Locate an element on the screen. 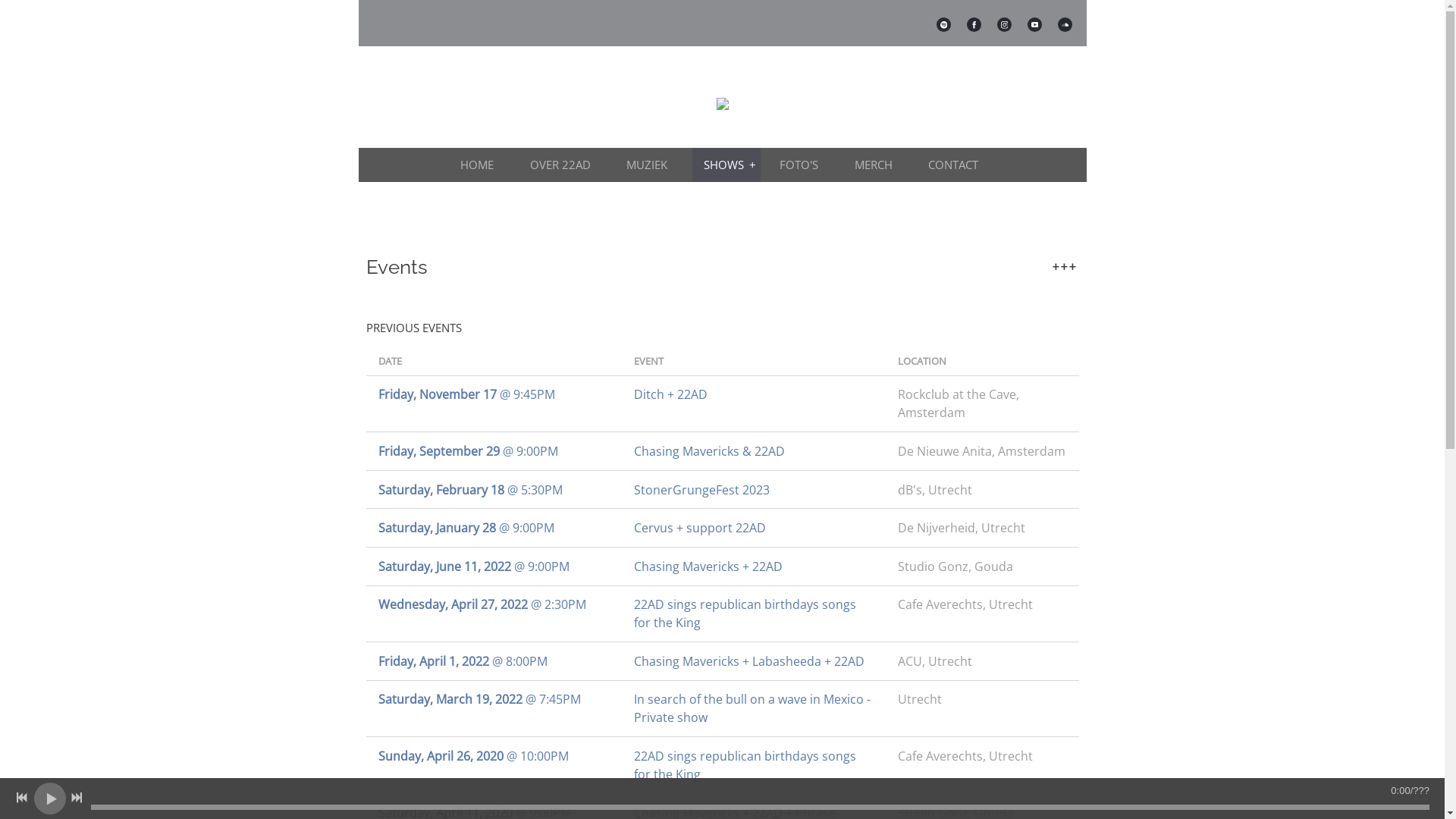 This screenshot has height=819, width=1456. 'De Nijverheid, Utrecht' is located at coordinates (982, 526).